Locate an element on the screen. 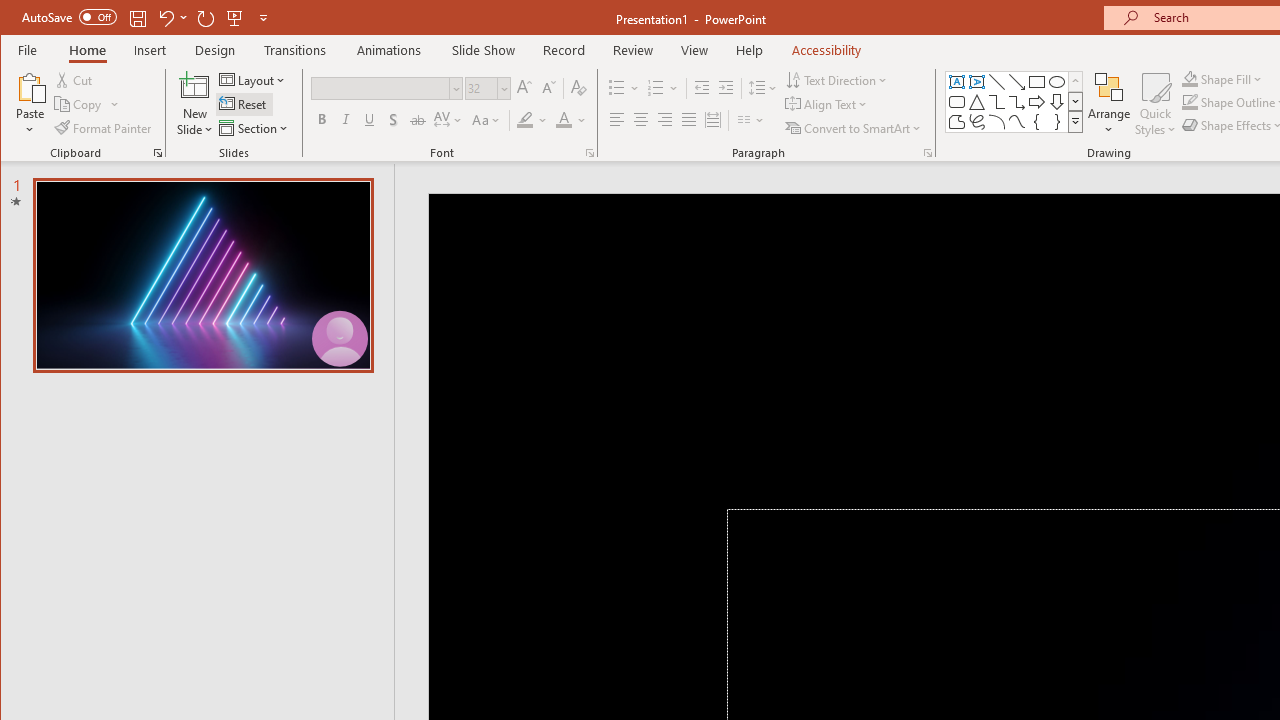 This screenshot has height=720, width=1280. 'Character Spacing' is located at coordinates (448, 120).